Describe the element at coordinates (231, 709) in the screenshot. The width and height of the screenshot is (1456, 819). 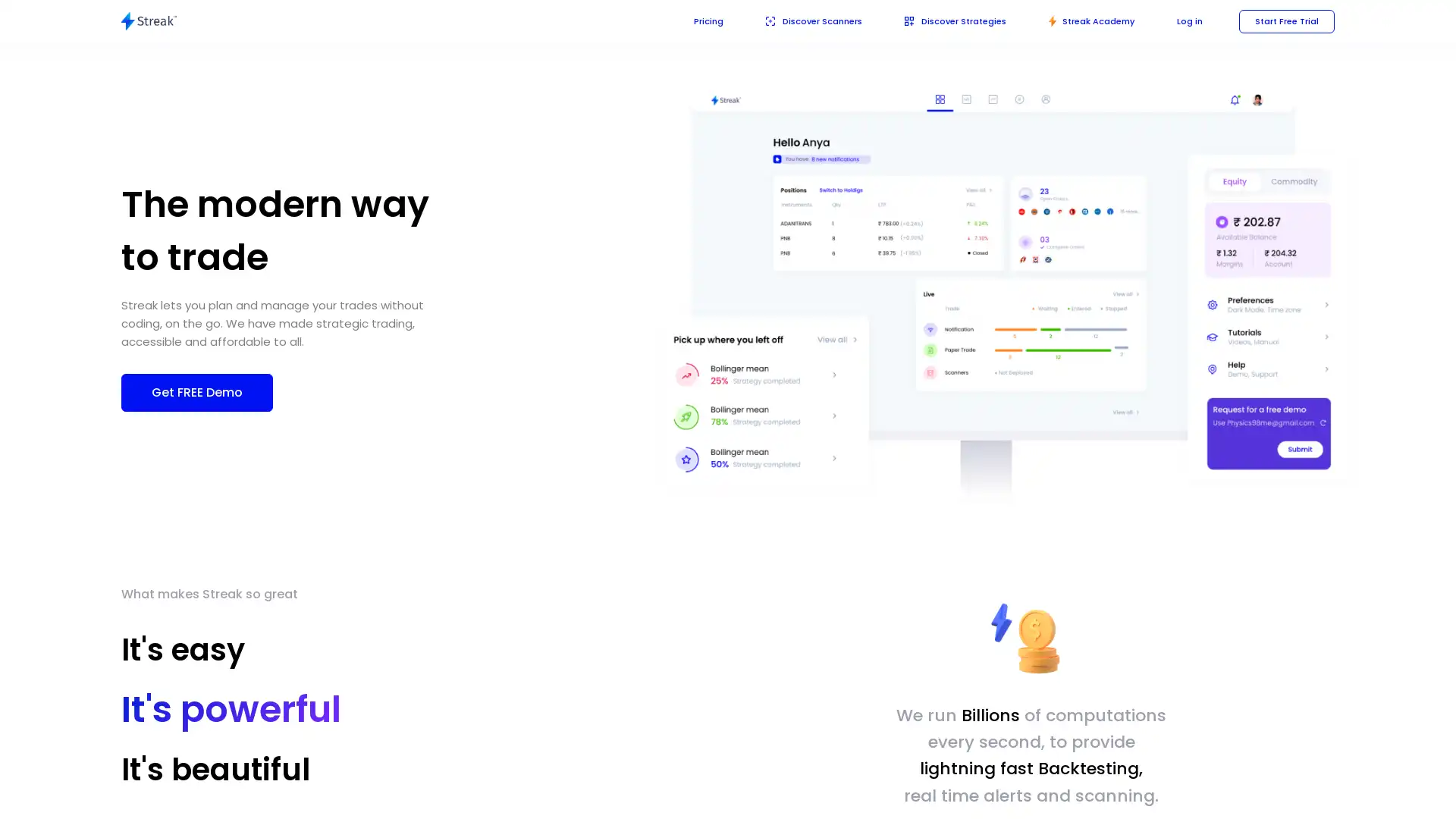
I see `It's powerful` at that location.